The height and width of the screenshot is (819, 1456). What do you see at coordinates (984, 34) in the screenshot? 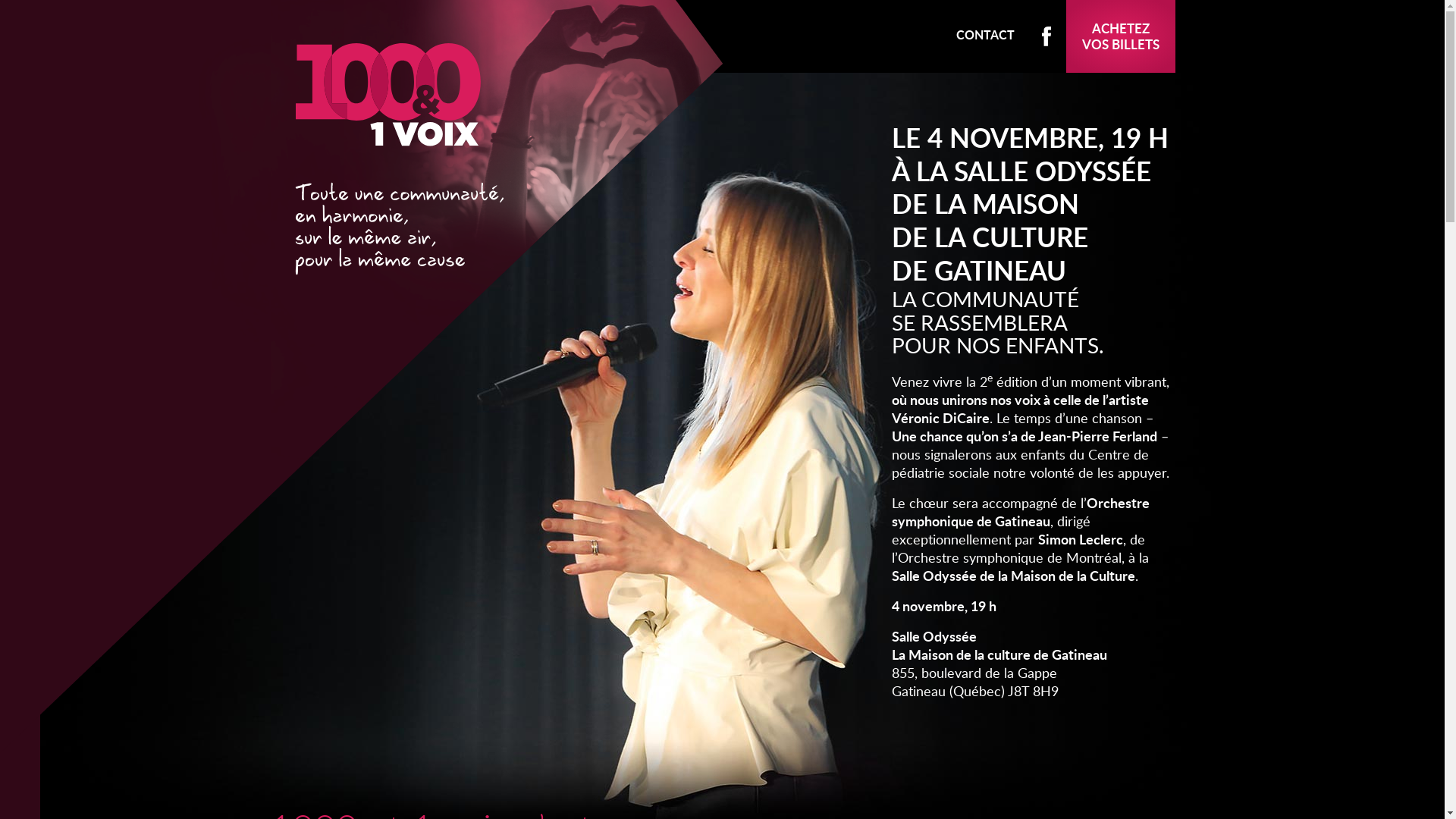
I see `'CONTACT'` at bounding box center [984, 34].